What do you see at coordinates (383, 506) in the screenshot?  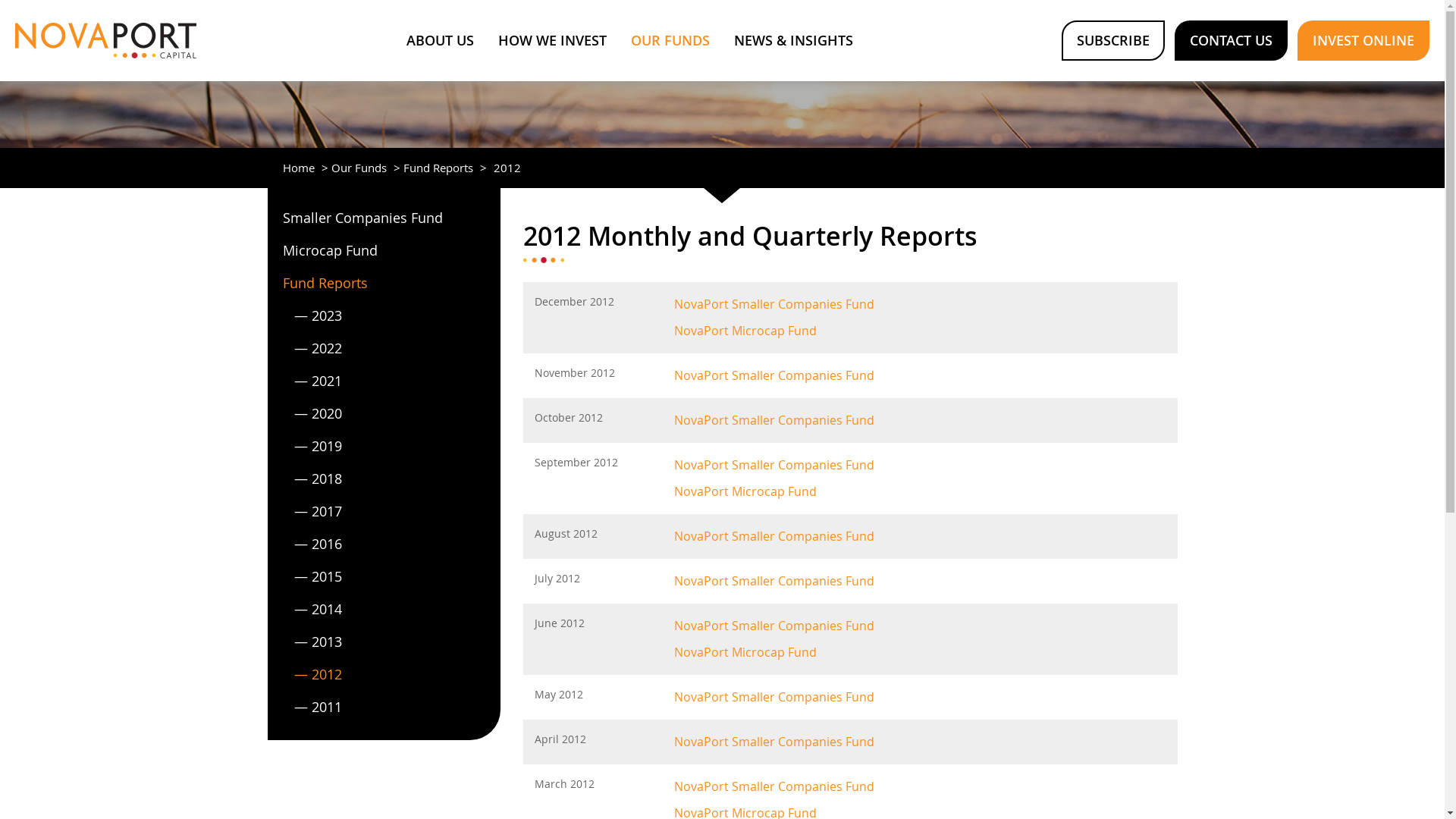 I see `'2017'` at bounding box center [383, 506].